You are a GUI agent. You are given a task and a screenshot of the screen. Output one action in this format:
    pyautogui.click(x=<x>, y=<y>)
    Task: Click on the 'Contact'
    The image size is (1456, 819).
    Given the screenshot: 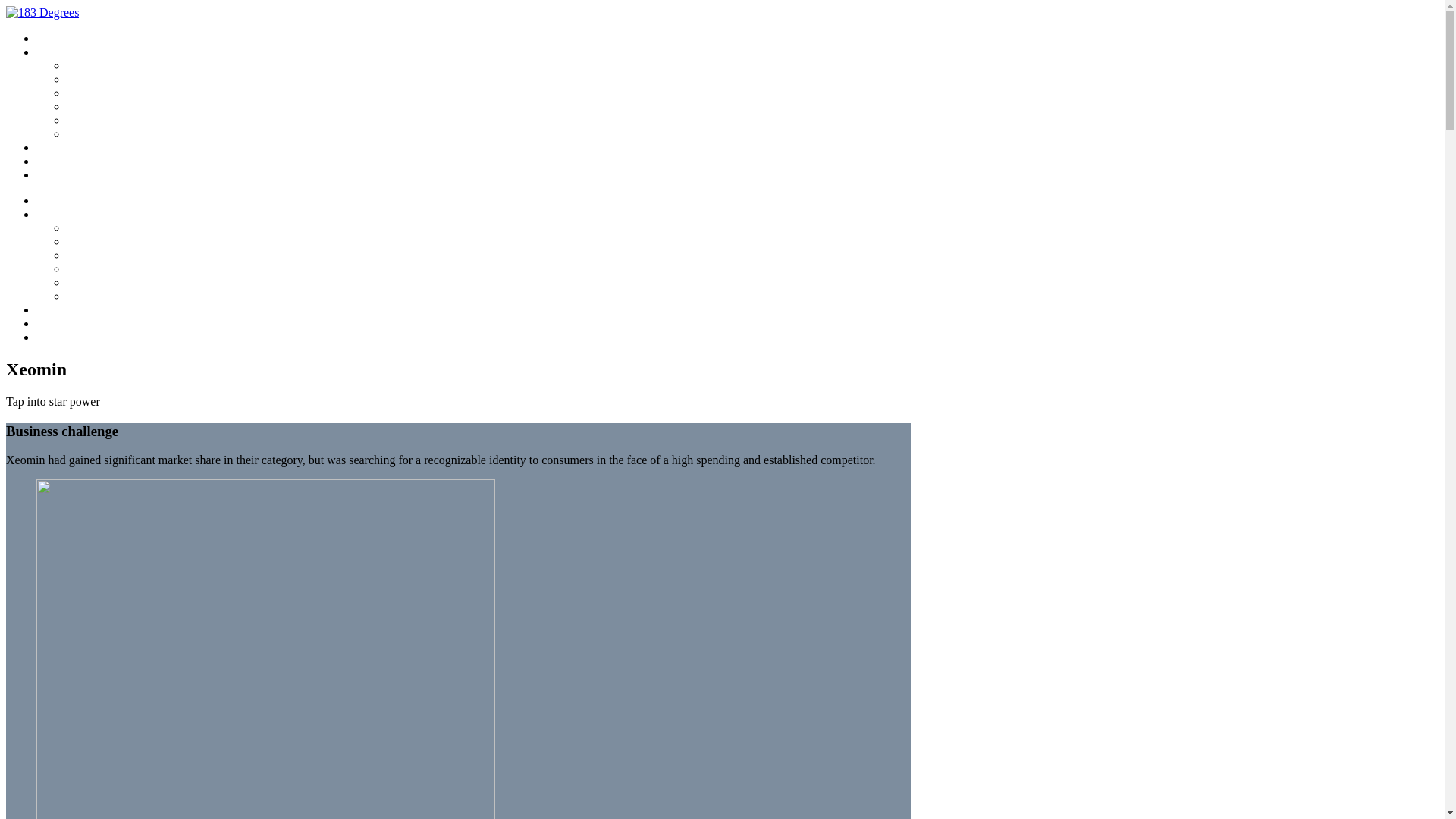 What is the action you would take?
    pyautogui.click(x=54, y=323)
    